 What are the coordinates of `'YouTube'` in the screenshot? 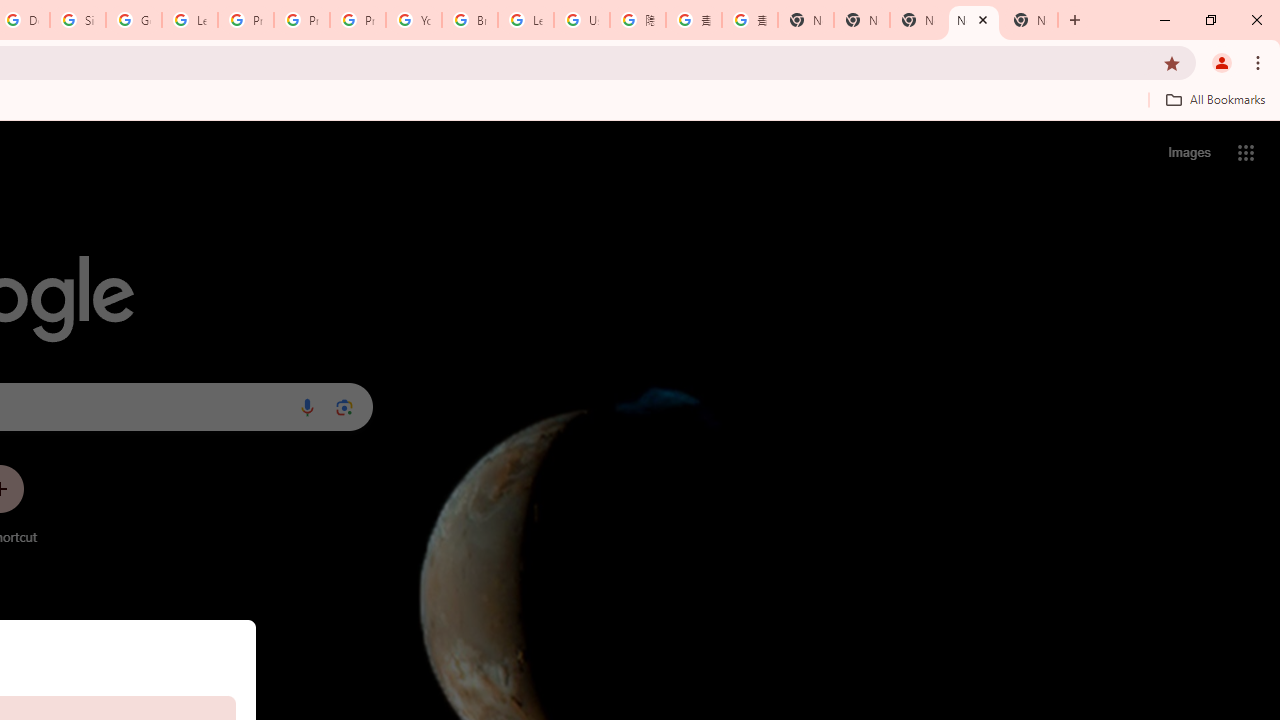 It's located at (413, 20).